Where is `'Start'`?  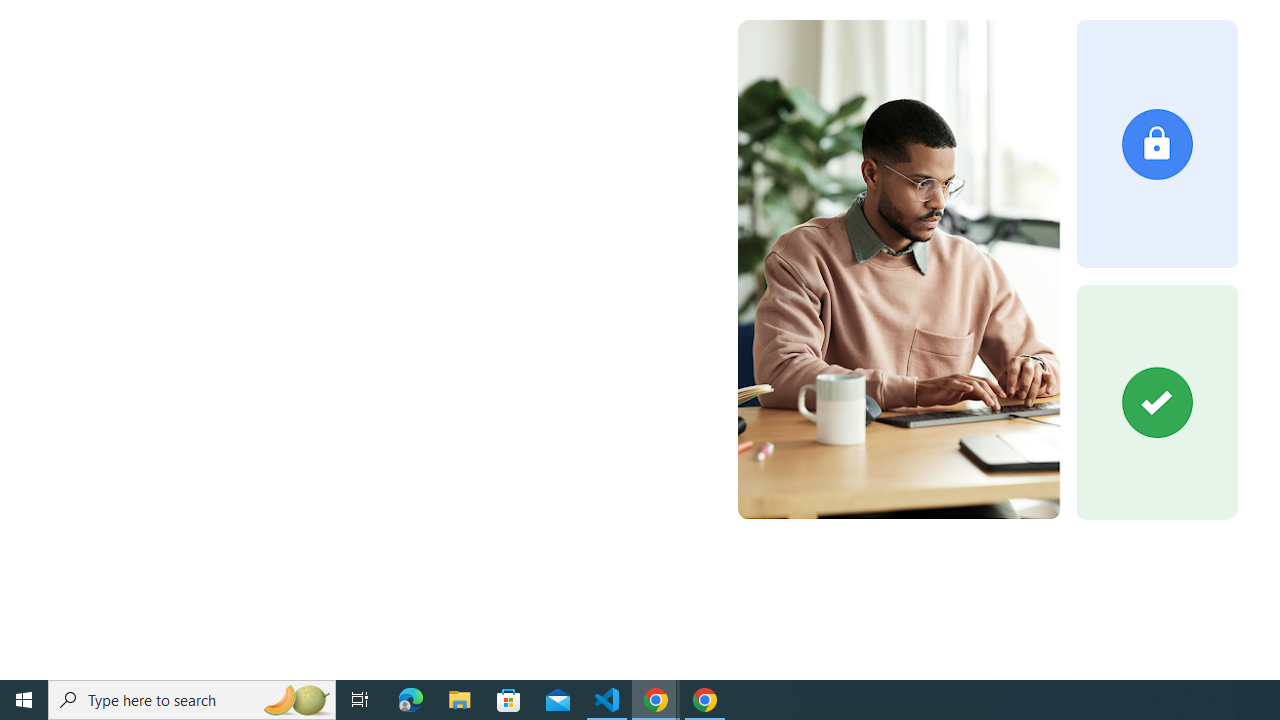
'Start' is located at coordinates (24, 698).